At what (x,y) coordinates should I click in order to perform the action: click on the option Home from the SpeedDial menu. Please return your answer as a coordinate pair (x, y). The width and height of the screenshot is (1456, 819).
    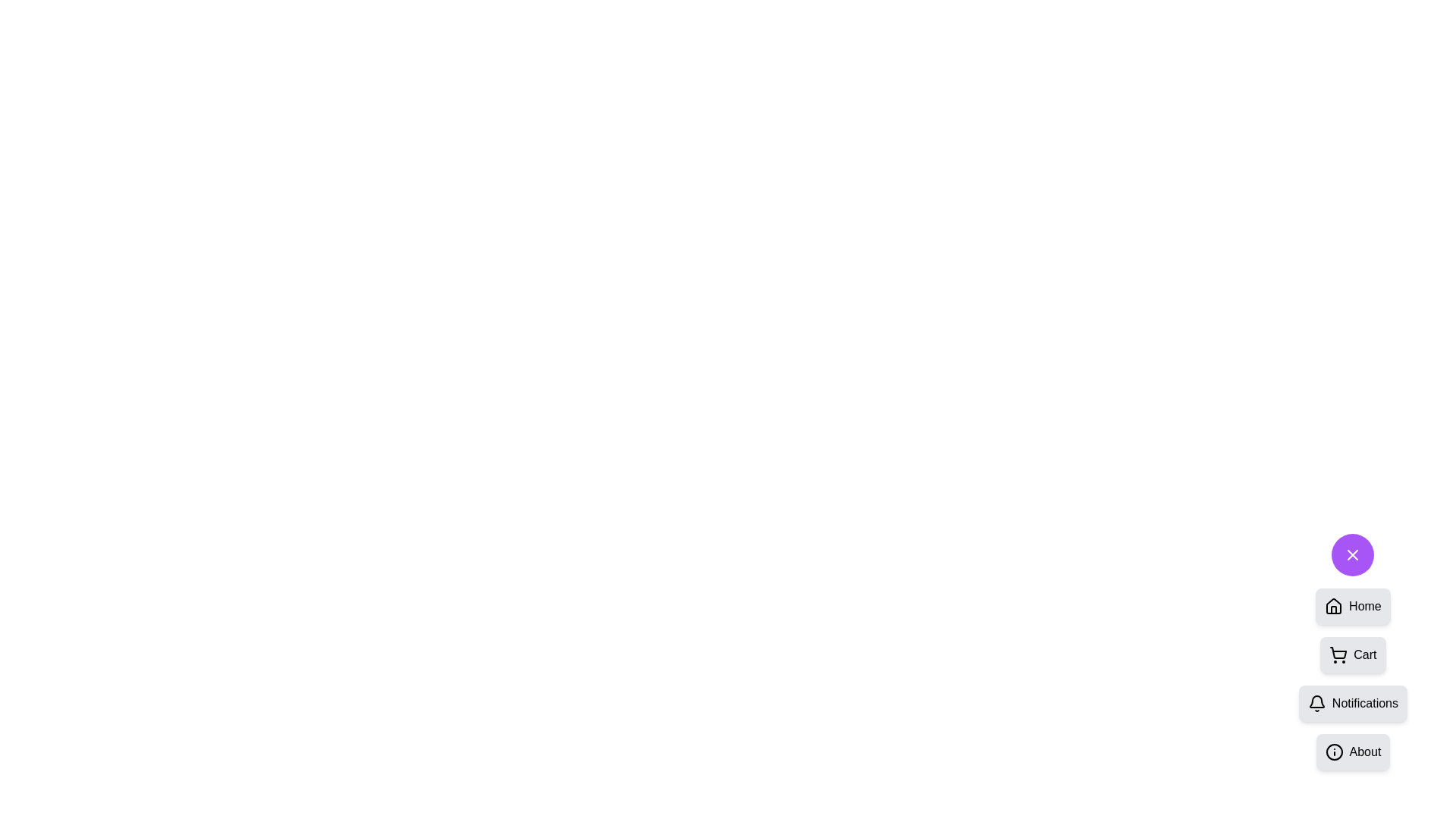
    Looking at the image, I should click on (1353, 605).